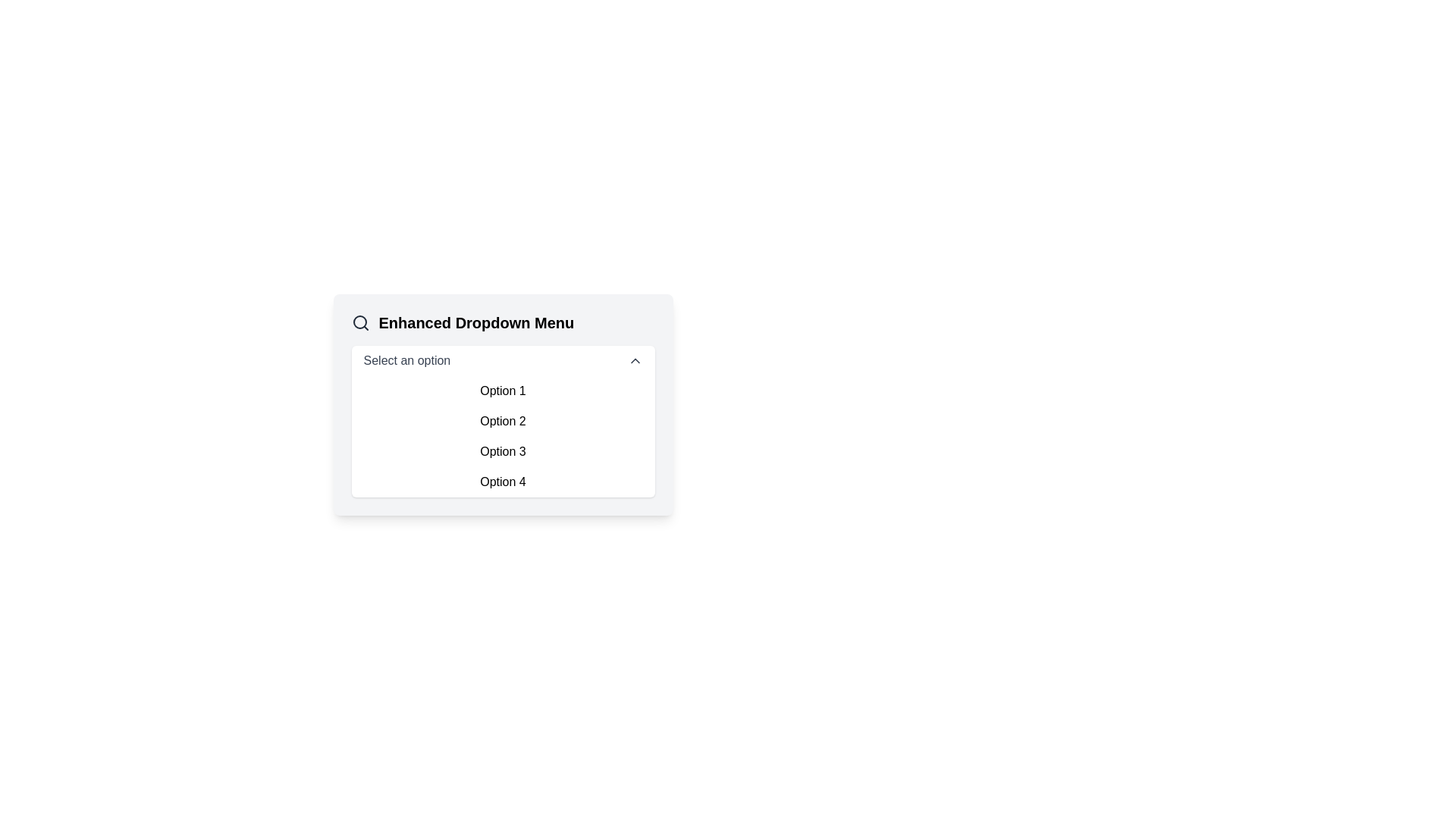 This screenshot has width=1456, height=819. What do you see at coordinates (359, 321) in the screenshot?
I see `the circular element with a black outline, which is part of the magnifying glass icon located in the top-left corner above the dropdown interface` at bounding box center [359, 321].